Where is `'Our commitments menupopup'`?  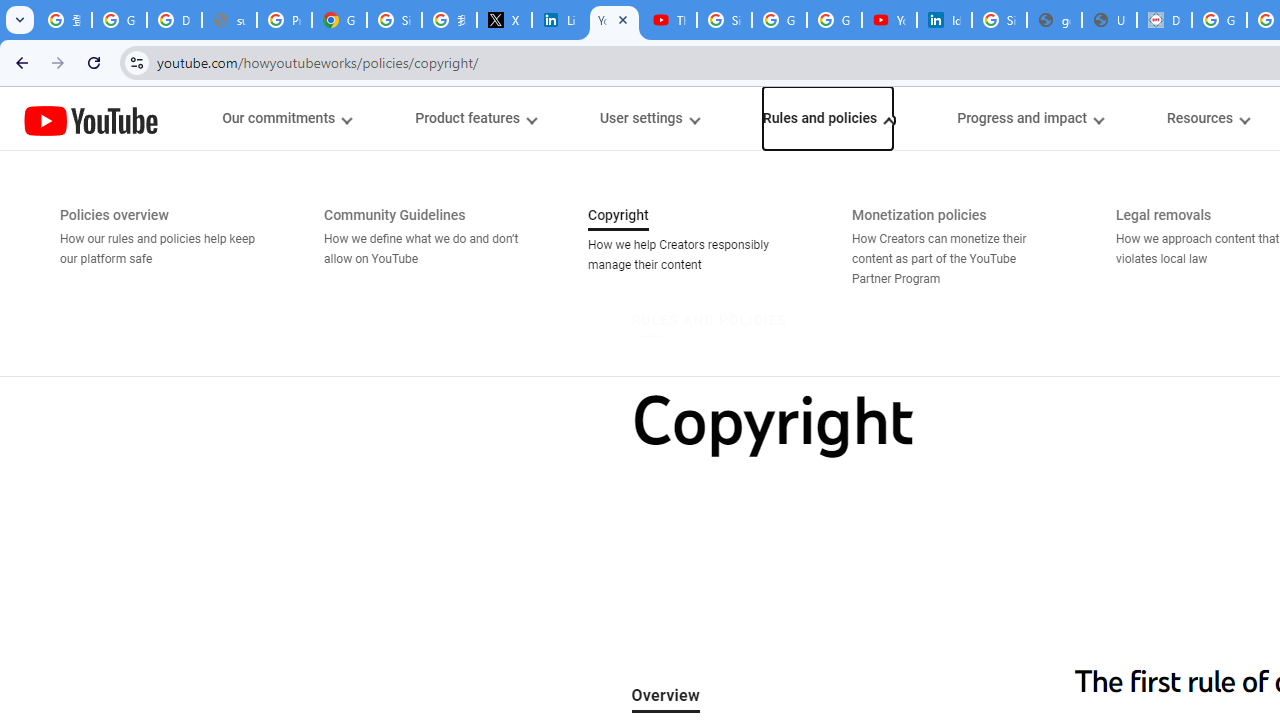
'Our commitments menupopup' is located at coordinates (285, 118).